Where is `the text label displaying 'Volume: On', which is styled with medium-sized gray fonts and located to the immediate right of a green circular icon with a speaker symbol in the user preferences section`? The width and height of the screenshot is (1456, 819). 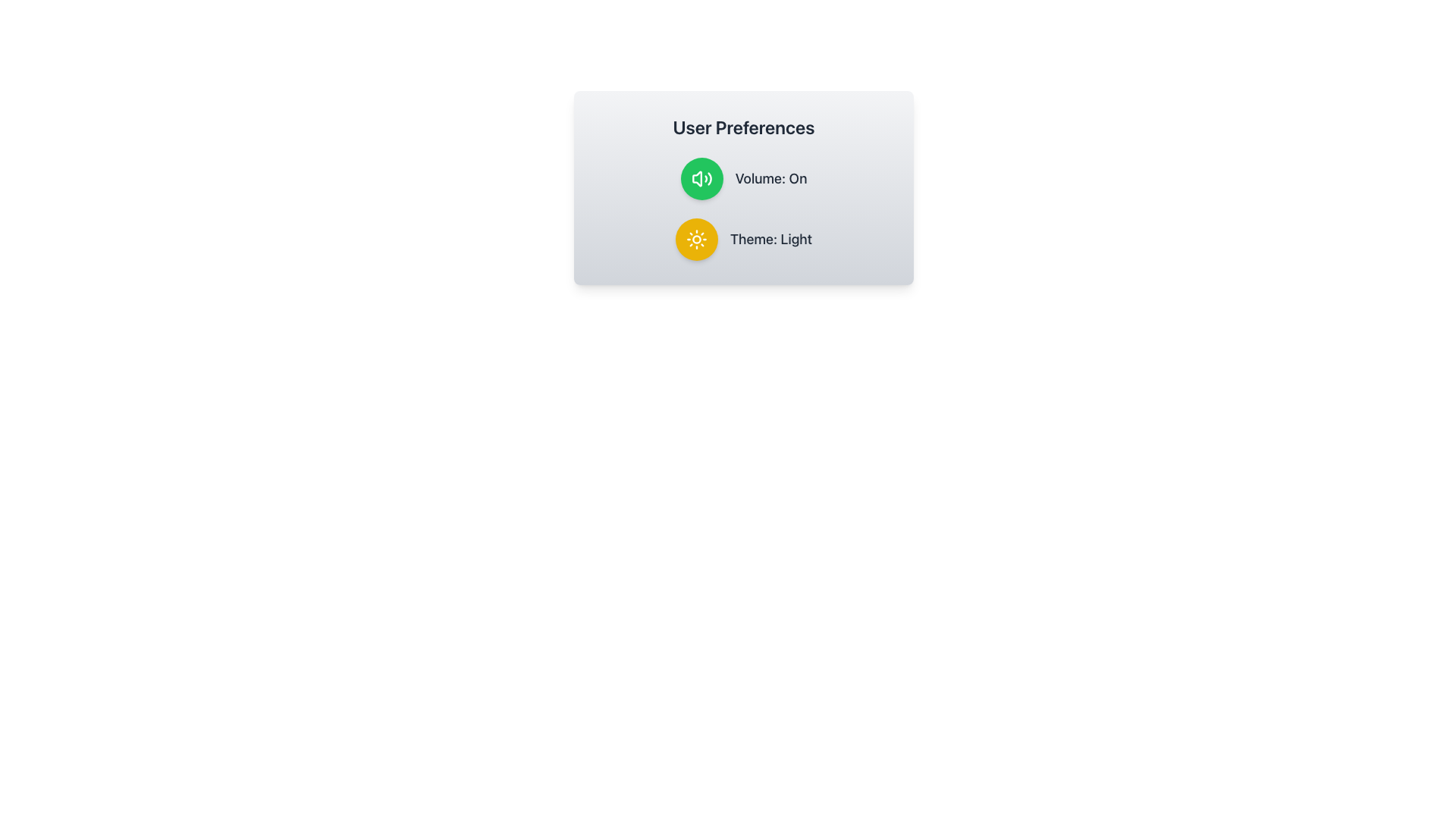 the text label displaying 'Volume: On', which is styled with medium-sized gray fonts and located to the immediate right of a green circular icon with a speaker symbol in the user preferences section is located at coordinates (771, 177).